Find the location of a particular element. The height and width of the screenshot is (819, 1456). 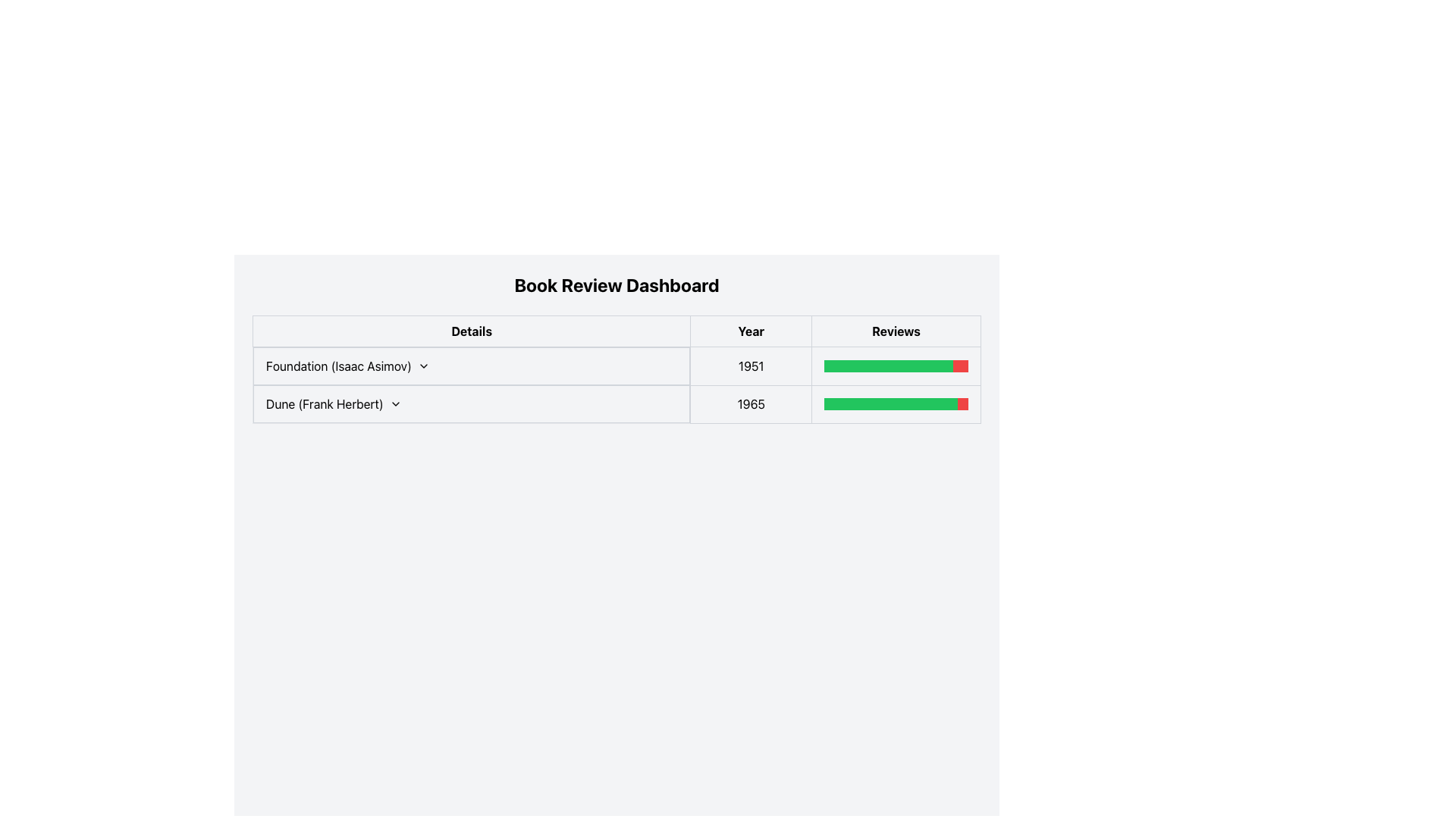

the progress bar in the first table row that displays detailed information about a specific book, located above the row for 'Dune (Frank Herbert)' is located at coordinates (617, 384).